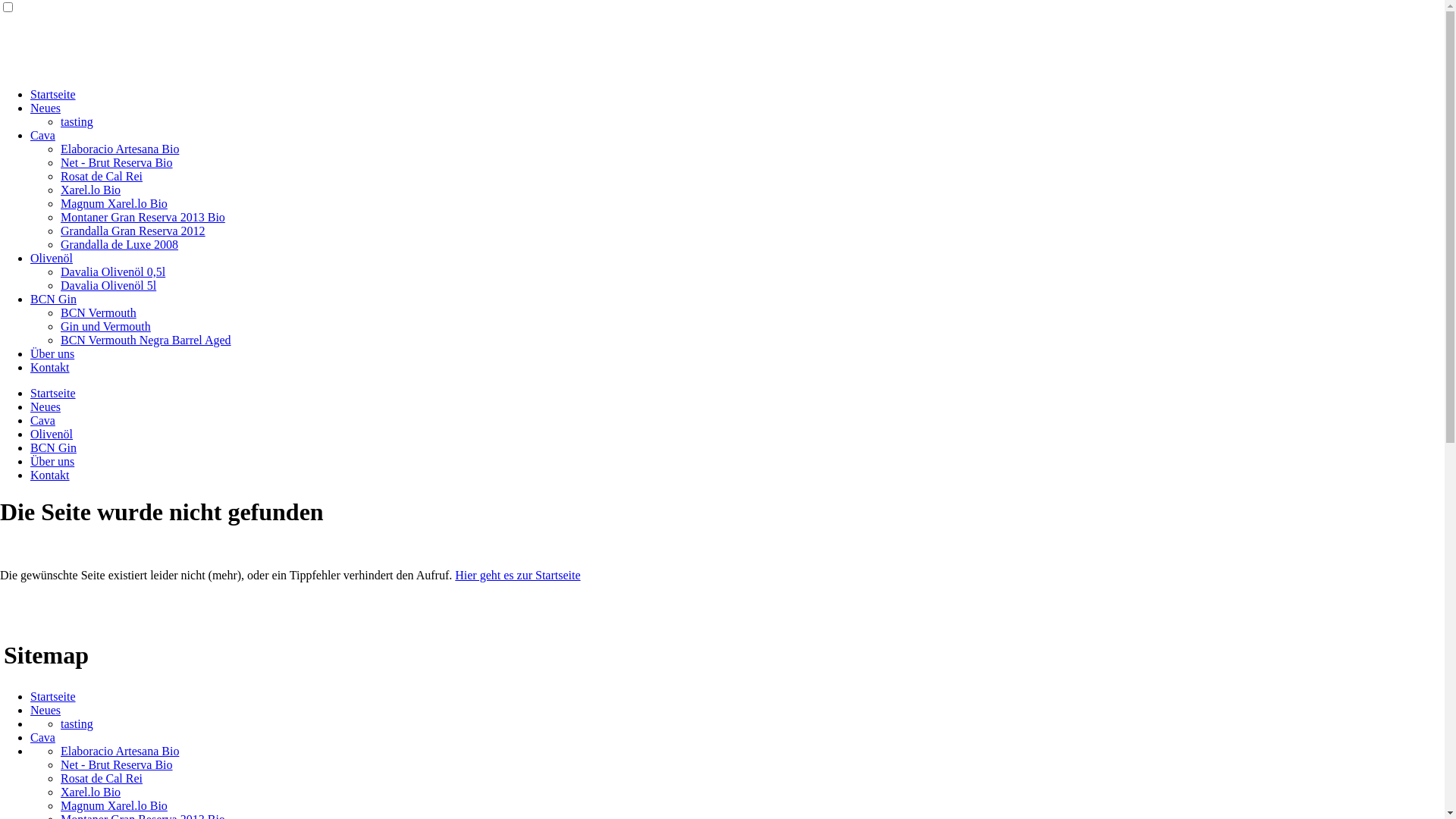 The image size is (1456, 819). I want to click on 'Startseite', so click(30, 392).